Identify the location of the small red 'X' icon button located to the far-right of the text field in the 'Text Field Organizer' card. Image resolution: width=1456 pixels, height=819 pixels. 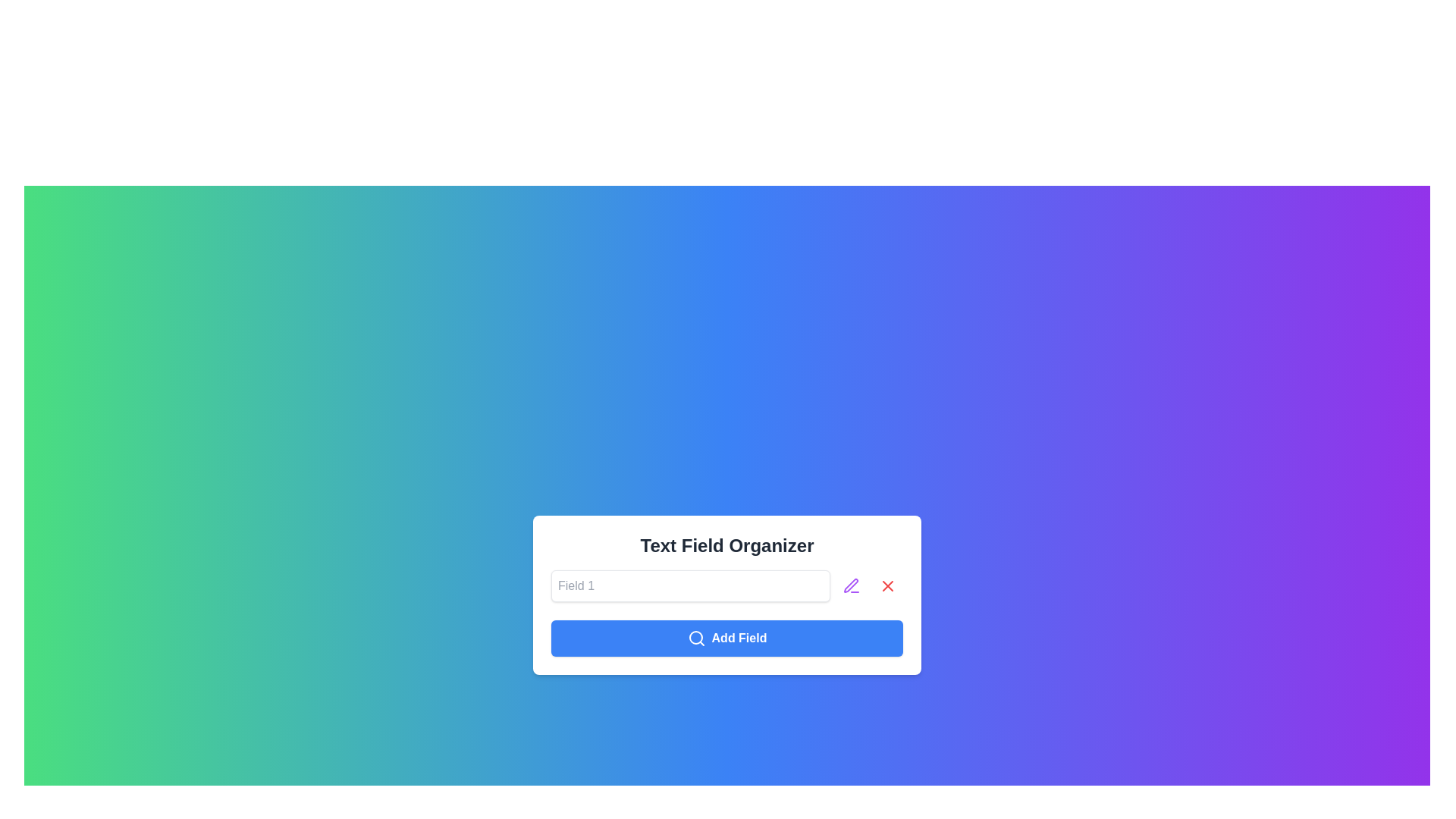
(888, 585).